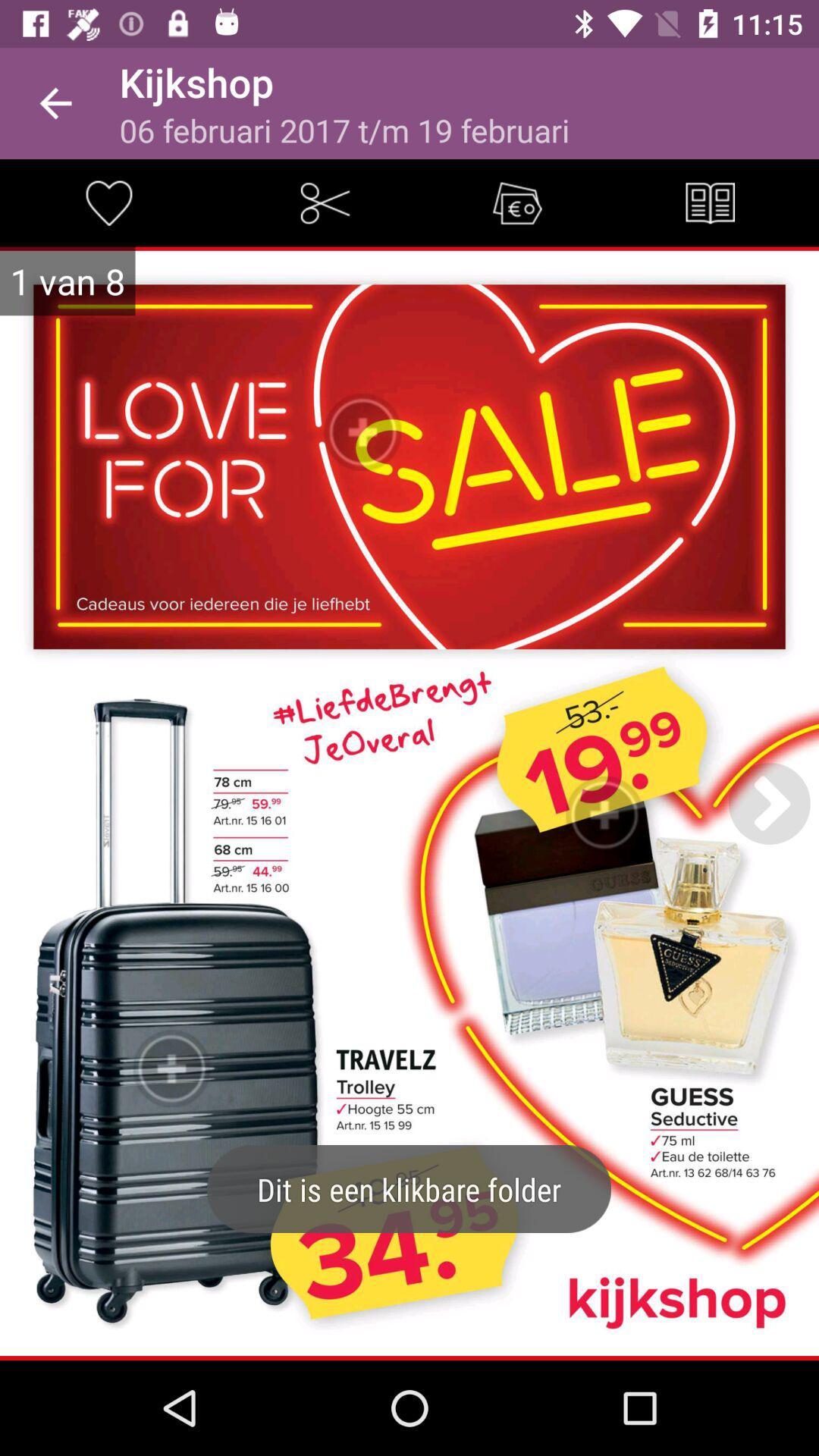  I want to click on check the overall menu, so click(710, 202).